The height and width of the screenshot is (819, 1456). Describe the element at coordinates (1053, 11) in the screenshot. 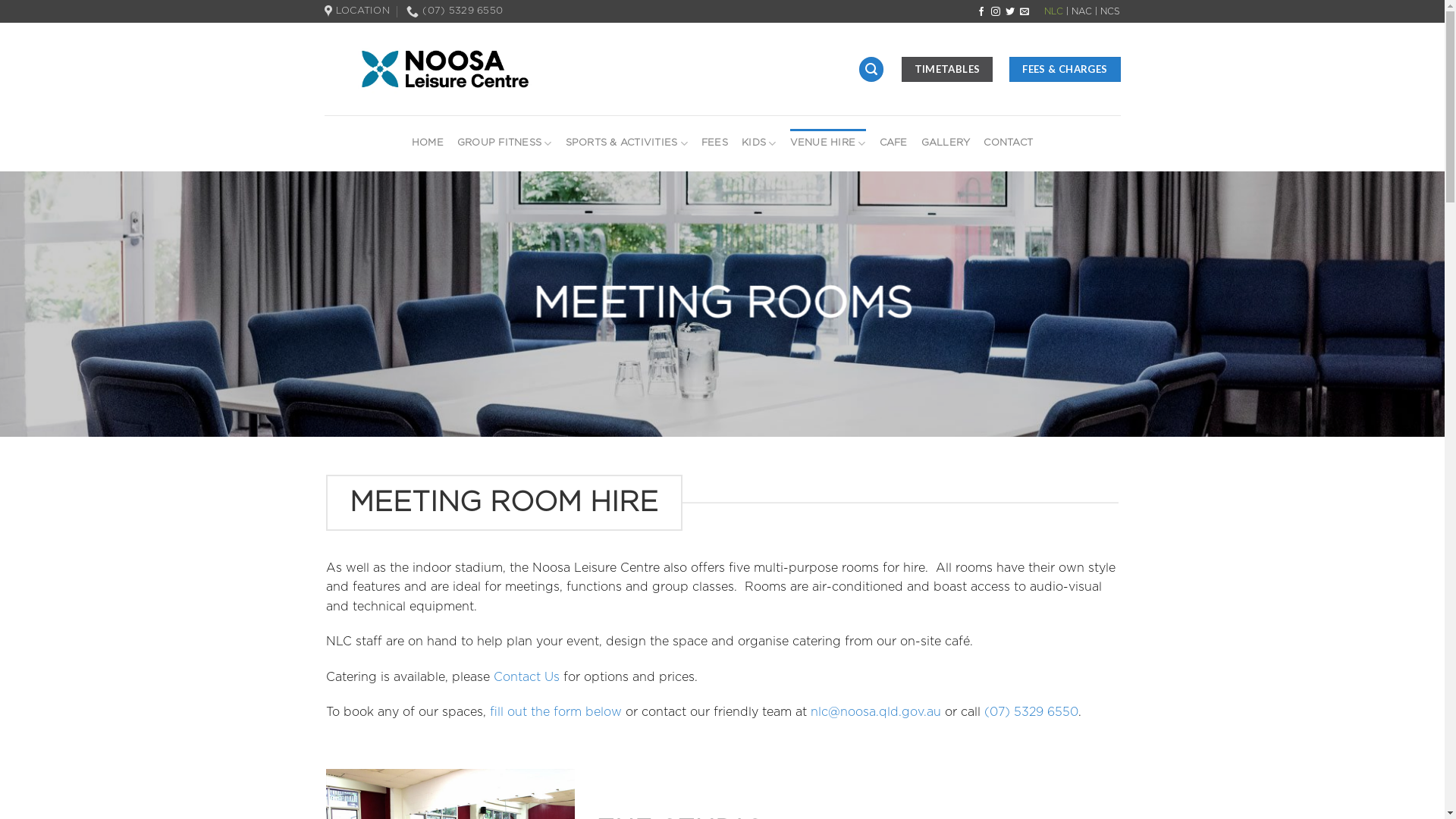

I see `'NLC'` at that location.